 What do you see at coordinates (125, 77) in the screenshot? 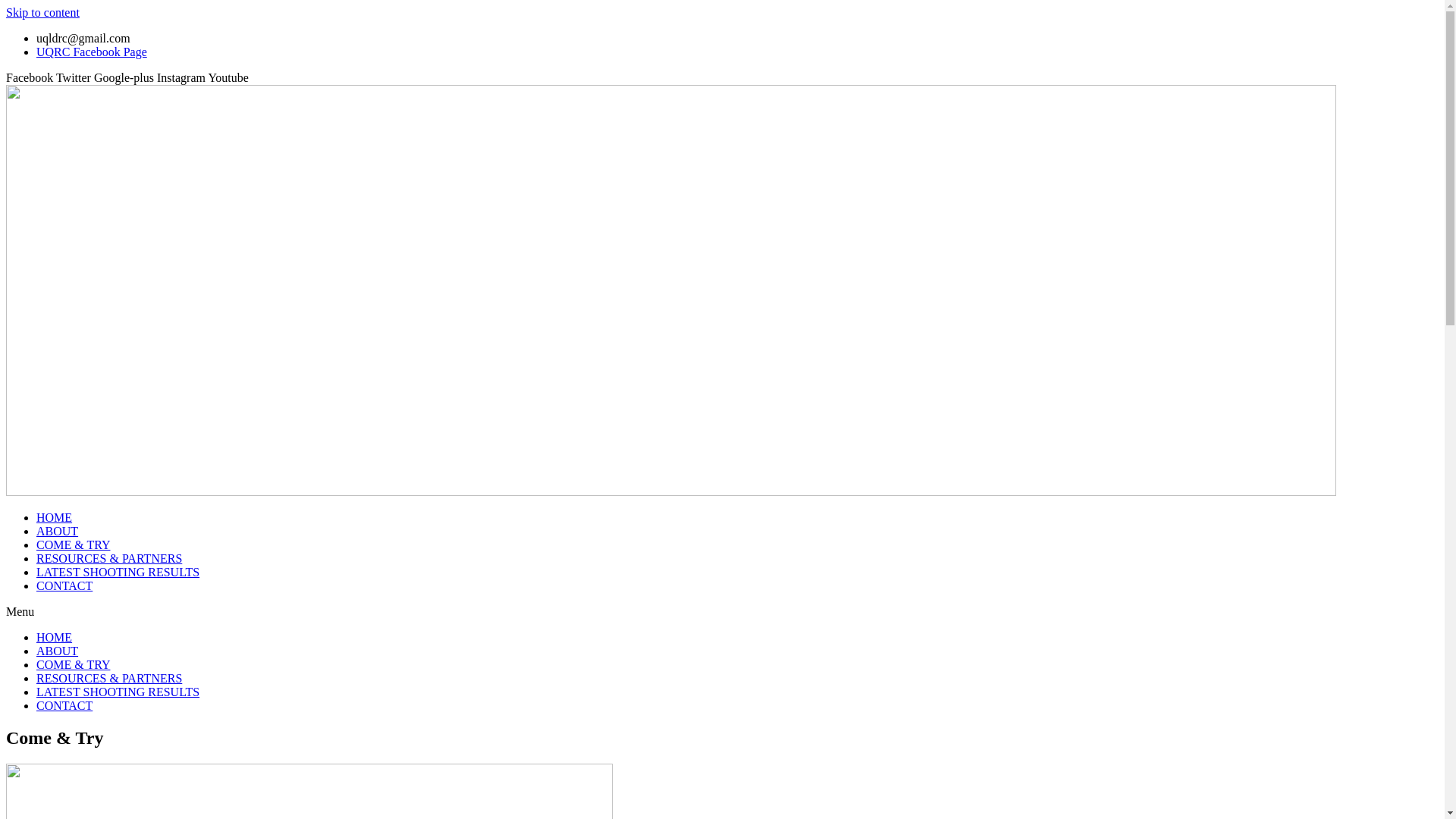
I see `'Google-plus'` at bounding box center [125, 77].